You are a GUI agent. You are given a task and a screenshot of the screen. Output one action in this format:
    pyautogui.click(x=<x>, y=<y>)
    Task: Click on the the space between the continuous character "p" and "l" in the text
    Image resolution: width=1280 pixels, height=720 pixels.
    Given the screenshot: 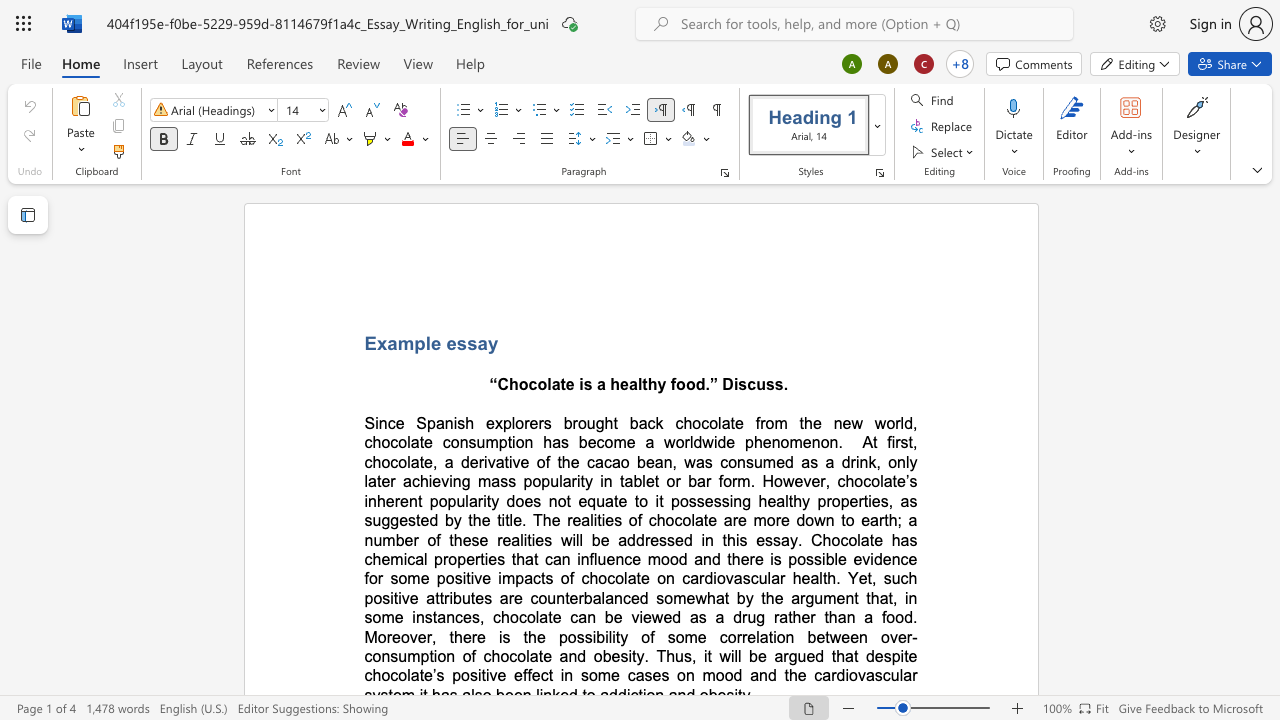 What is the action you would take?
    pyautogui.click(x=423, y=342)
    